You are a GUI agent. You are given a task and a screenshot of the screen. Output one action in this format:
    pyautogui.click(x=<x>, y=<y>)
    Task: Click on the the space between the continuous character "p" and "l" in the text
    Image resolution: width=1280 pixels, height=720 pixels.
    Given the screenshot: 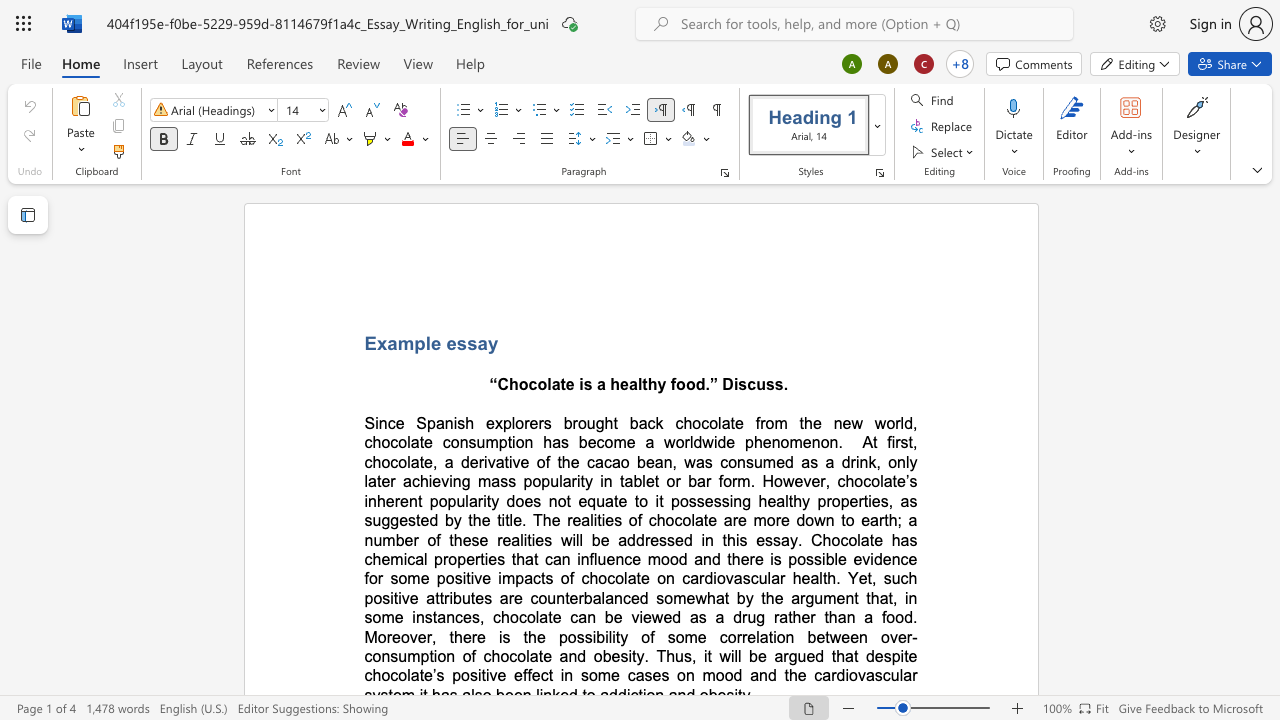 What is the action you would take?
    pyautogui.click(x=423, y=342)
    